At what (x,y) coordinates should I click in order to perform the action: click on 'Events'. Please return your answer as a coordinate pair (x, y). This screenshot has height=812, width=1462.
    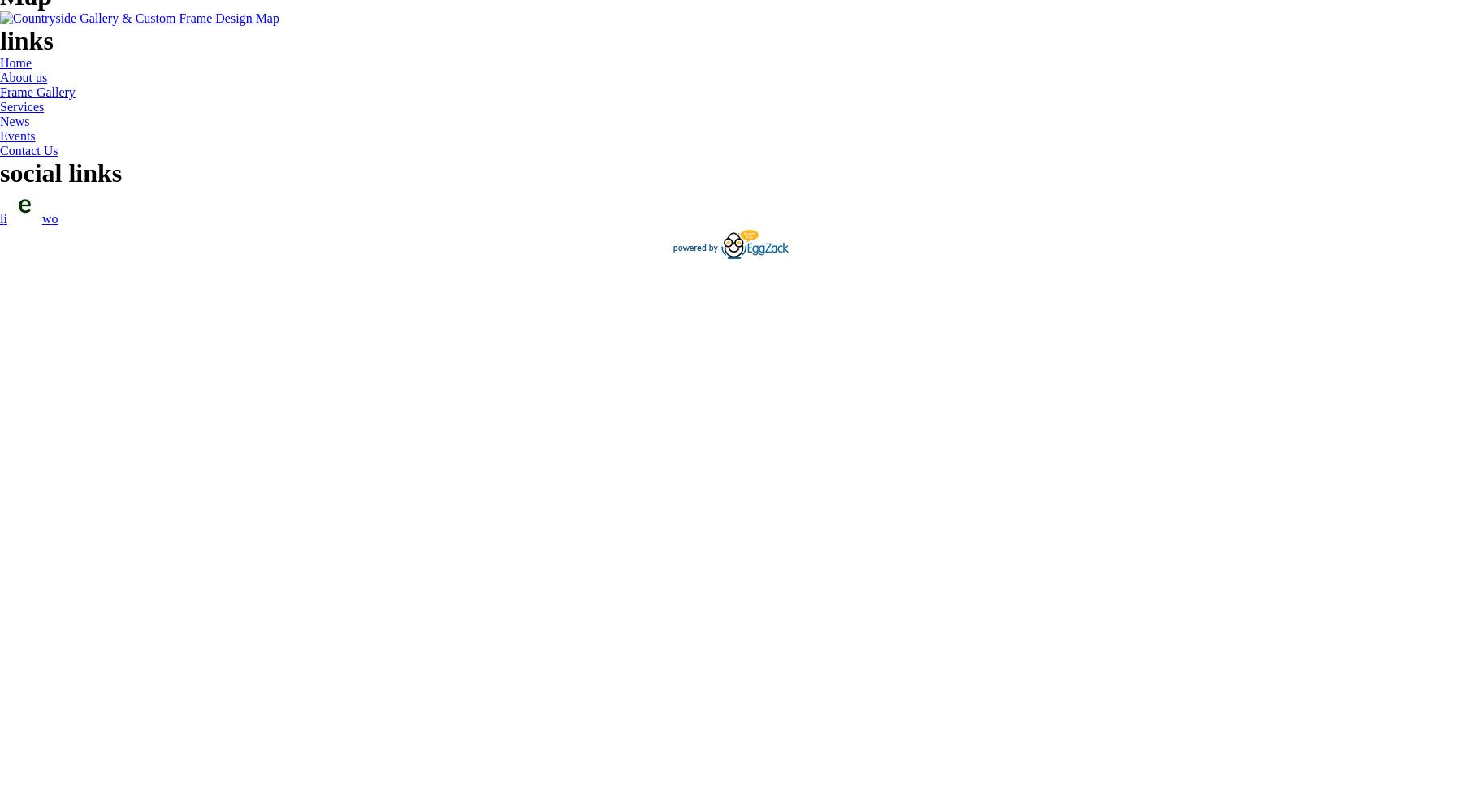
    Looking at the image, I should click on (16, 136).